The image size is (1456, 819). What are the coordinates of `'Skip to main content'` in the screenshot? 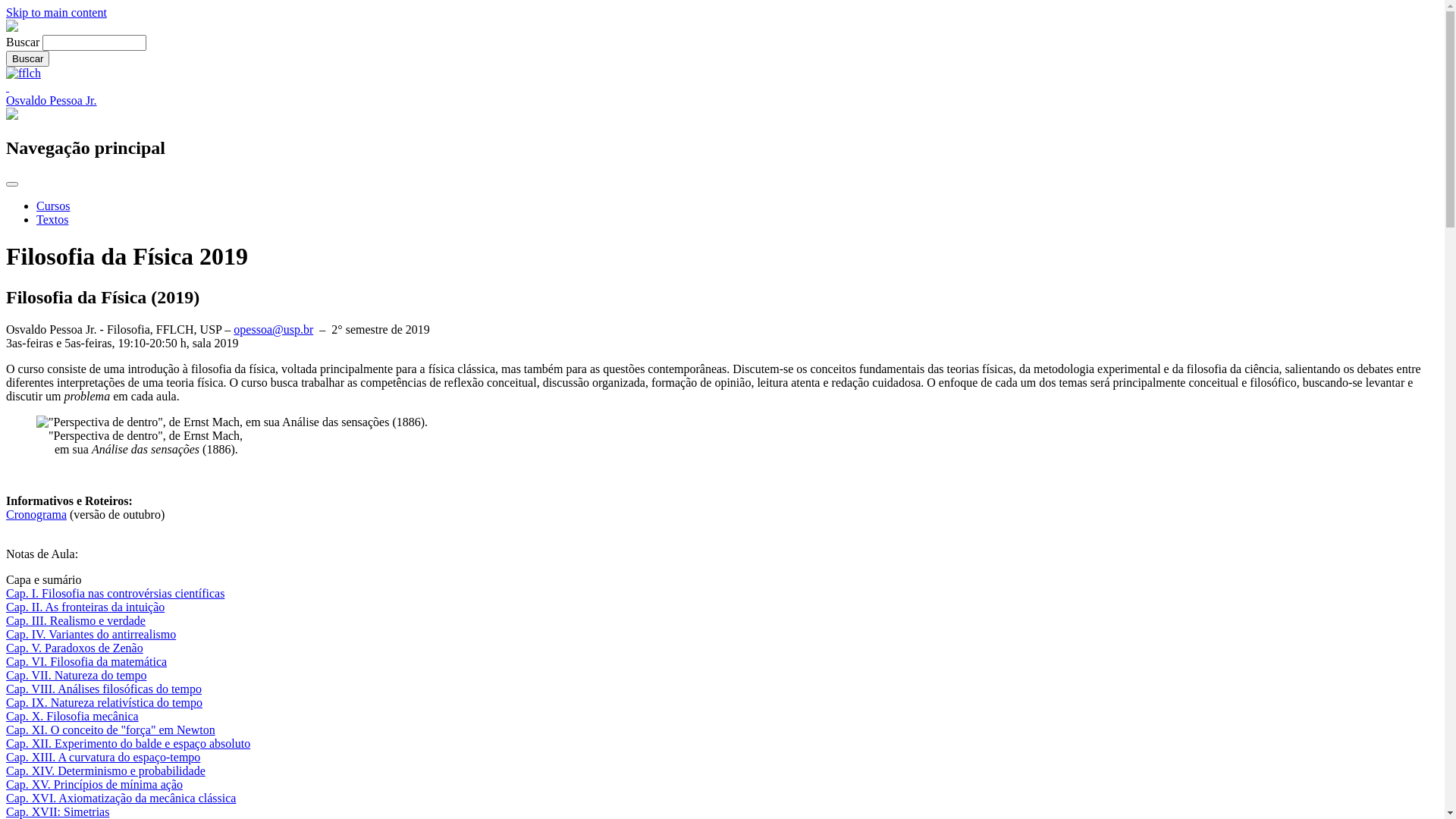 It's located at (56, 12).